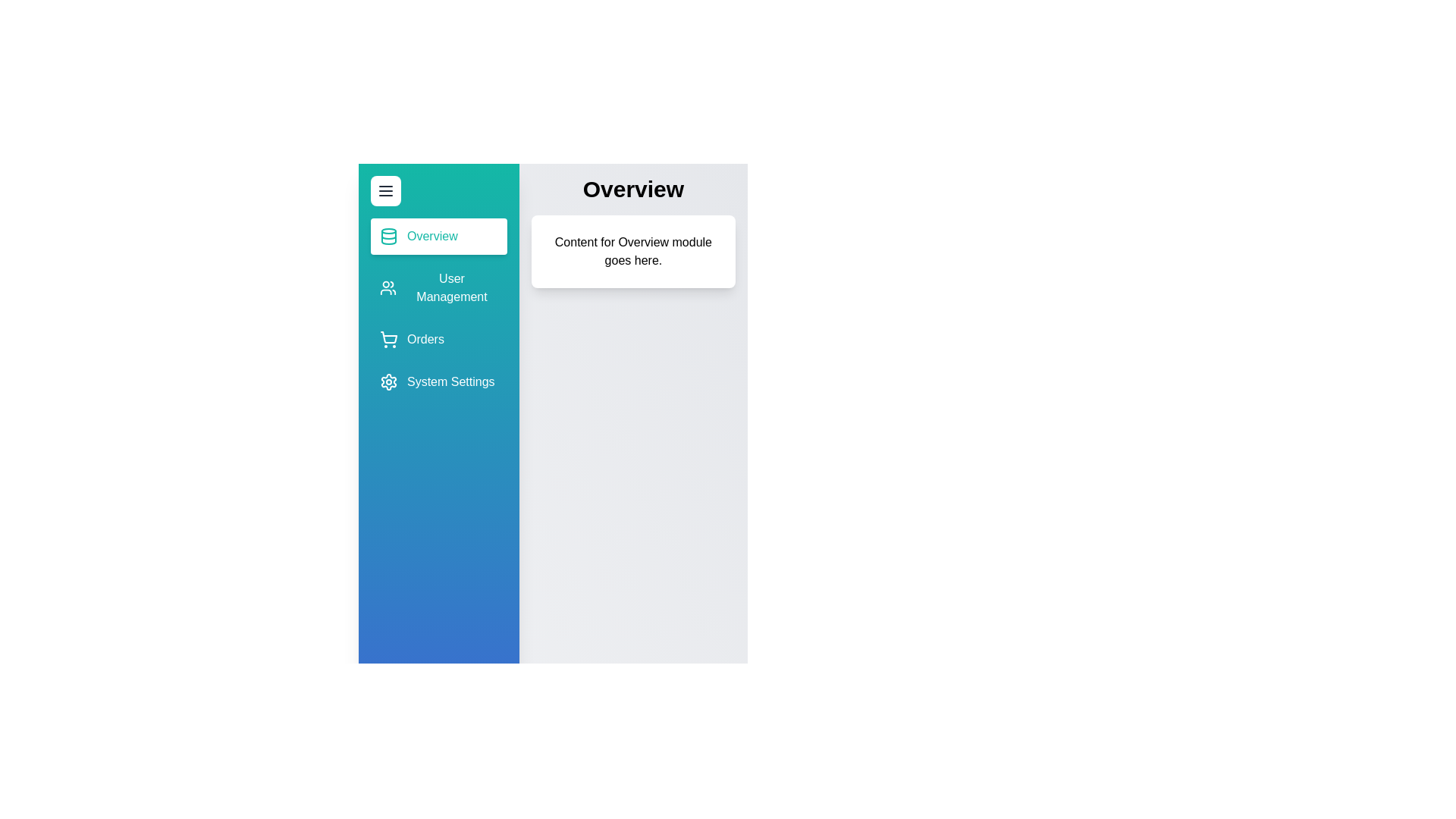 This screenshot has width=1456, height=819. What do you see at coordinates (438, 237) in the screenshot?
I see `the module Overview from the sidebar` at bounding box center [438, 237].